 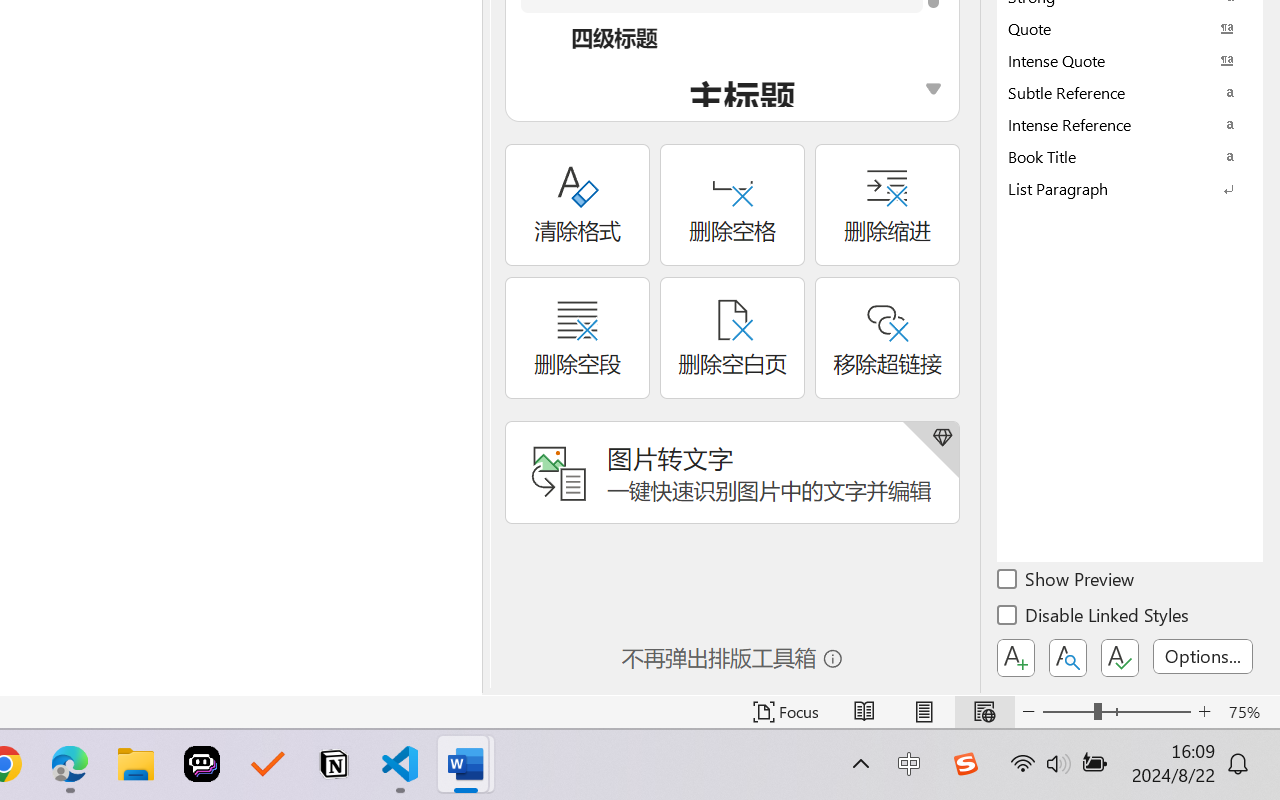 What do you see at coordinates (984, 711) in the screenshot?
I see `'Web Layout'` at bounding box center [984, 711].